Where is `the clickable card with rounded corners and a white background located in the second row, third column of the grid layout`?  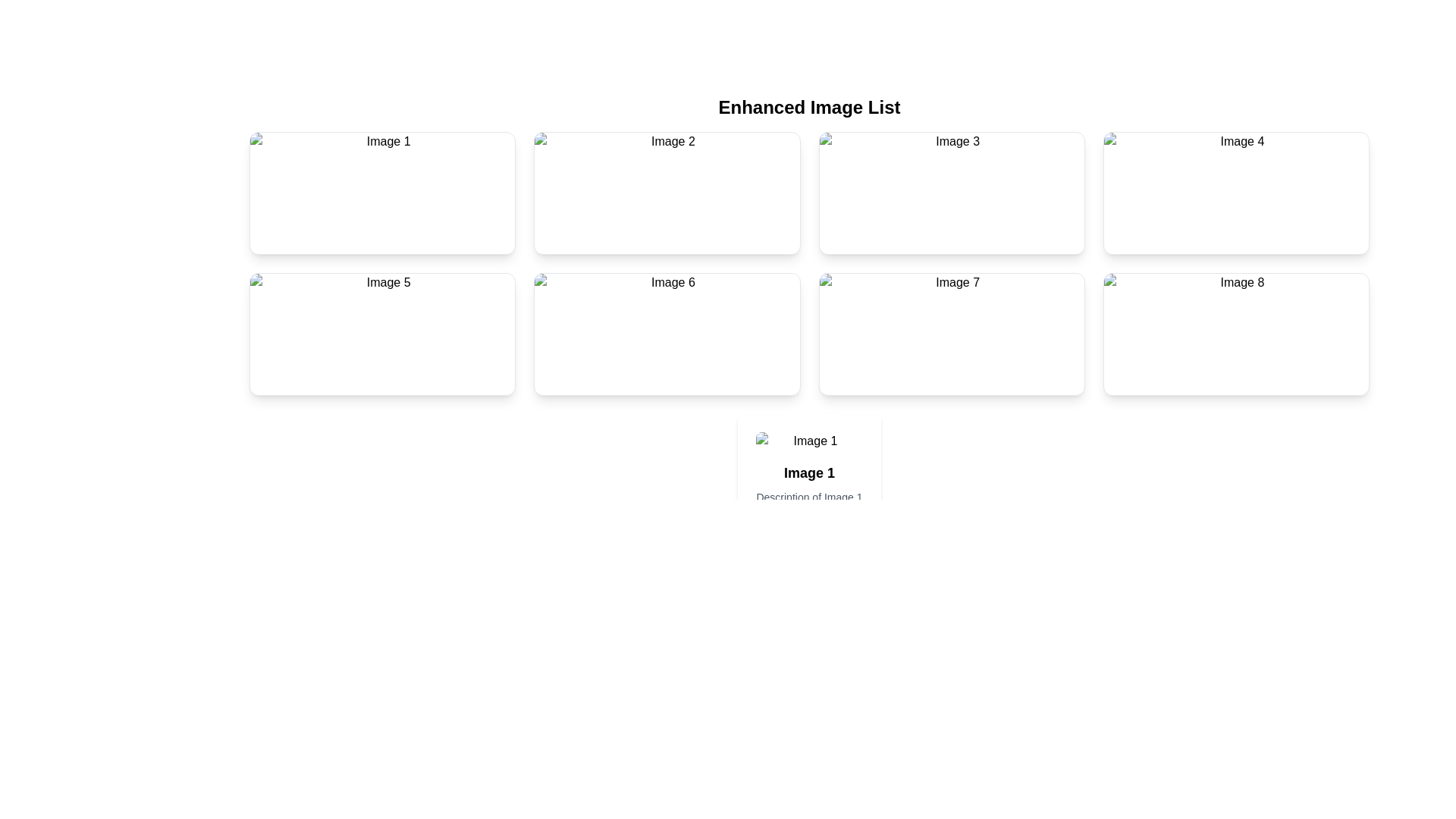
the clickable card with rounded corners and a white background located in the second row, third column of the grid layout is located at coordinates (667, 333).